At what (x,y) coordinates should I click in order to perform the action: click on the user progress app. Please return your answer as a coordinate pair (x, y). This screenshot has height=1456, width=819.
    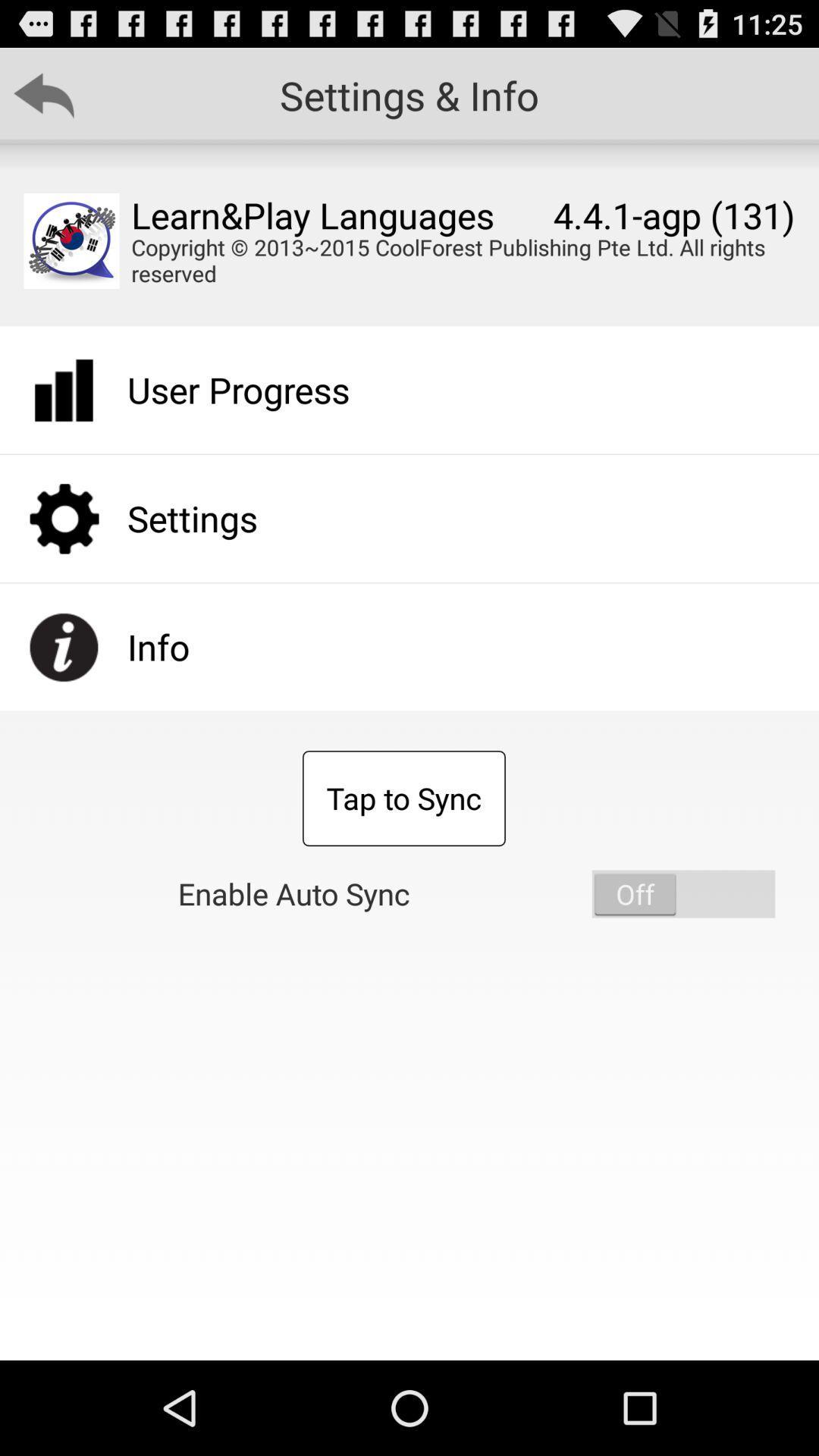
    Looking at the image, I should click on (238, 390).